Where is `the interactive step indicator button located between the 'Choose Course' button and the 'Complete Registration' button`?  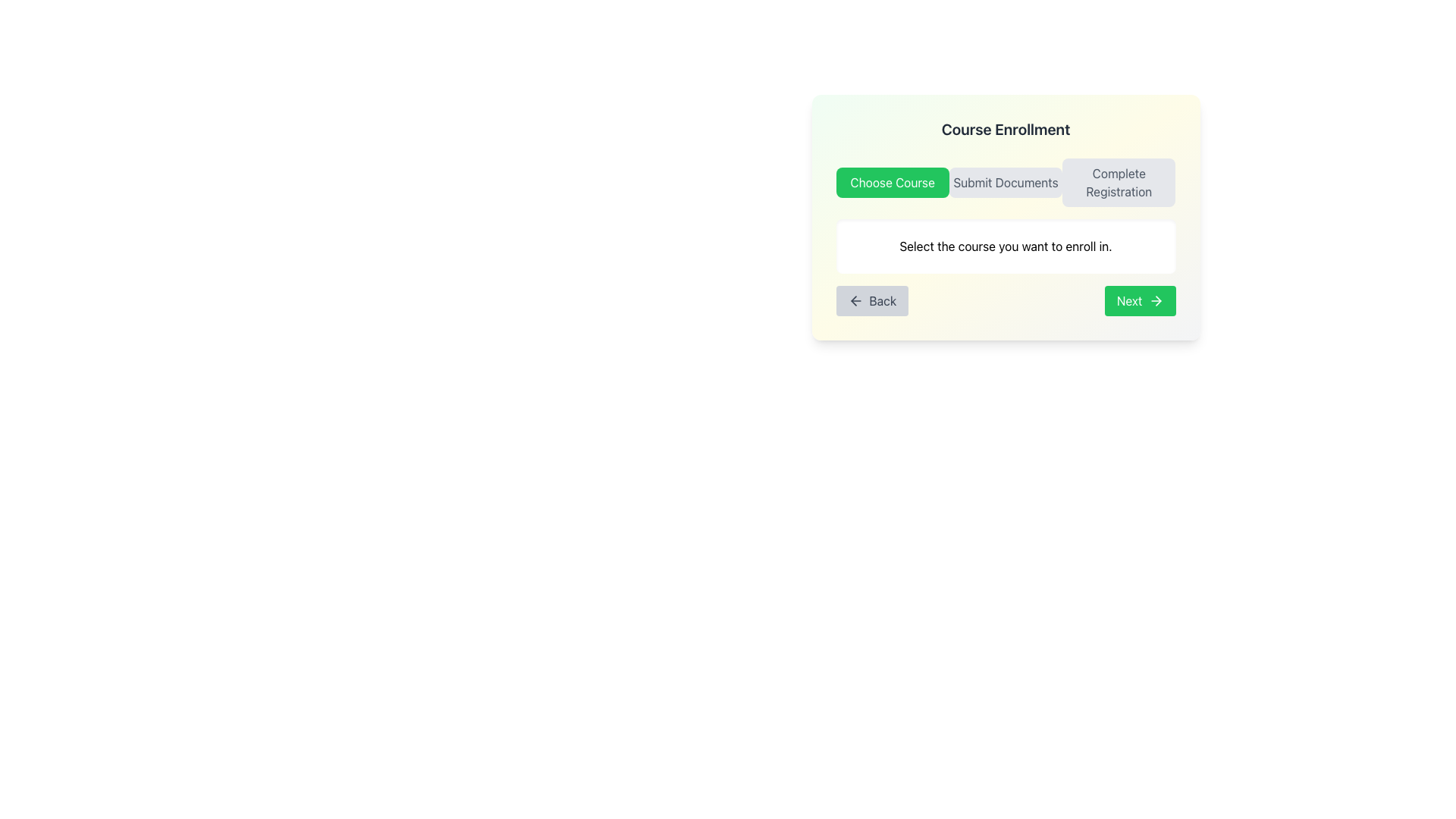
the interactive step indicator button located between the 'Choose Course' button and the 'Complete Registration' button is located at coordinates (1006, 181).